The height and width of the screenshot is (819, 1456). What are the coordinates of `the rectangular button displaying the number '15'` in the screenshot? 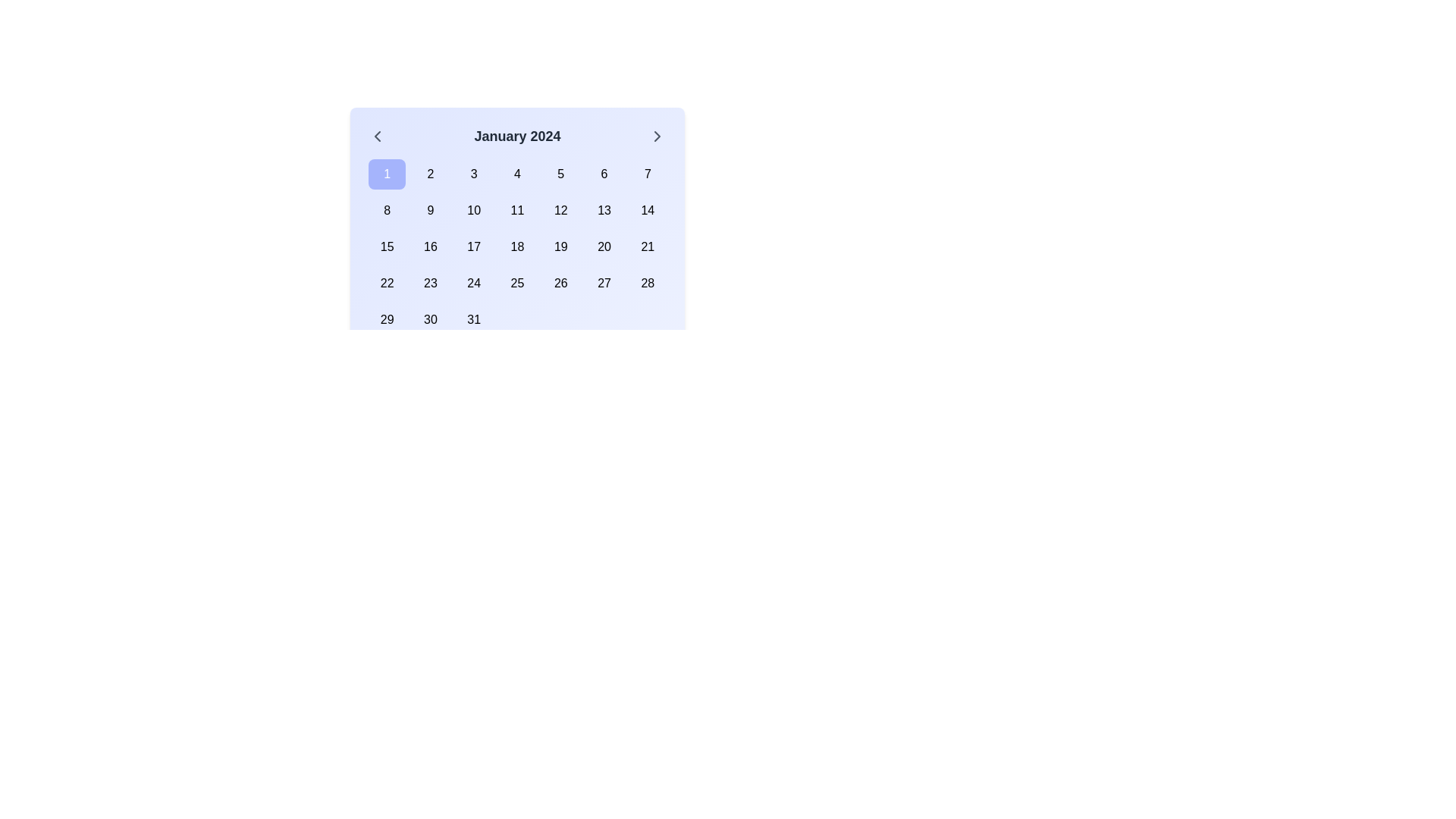 It's located at (387, 246).